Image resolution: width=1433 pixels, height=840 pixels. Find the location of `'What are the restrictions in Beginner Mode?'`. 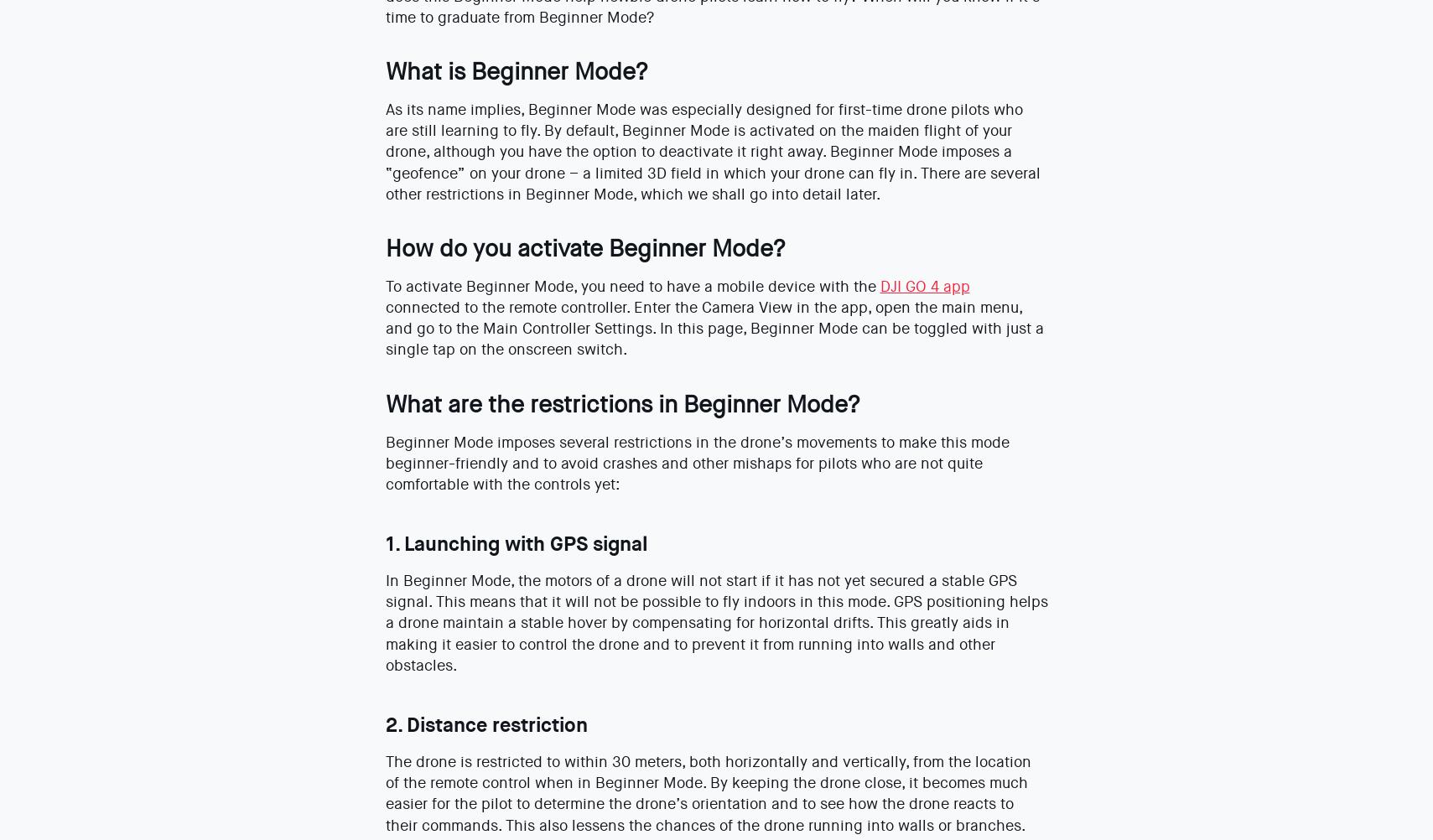

'What are the restrictions in Beginner Mode?' is located at coordinates (620, 402).